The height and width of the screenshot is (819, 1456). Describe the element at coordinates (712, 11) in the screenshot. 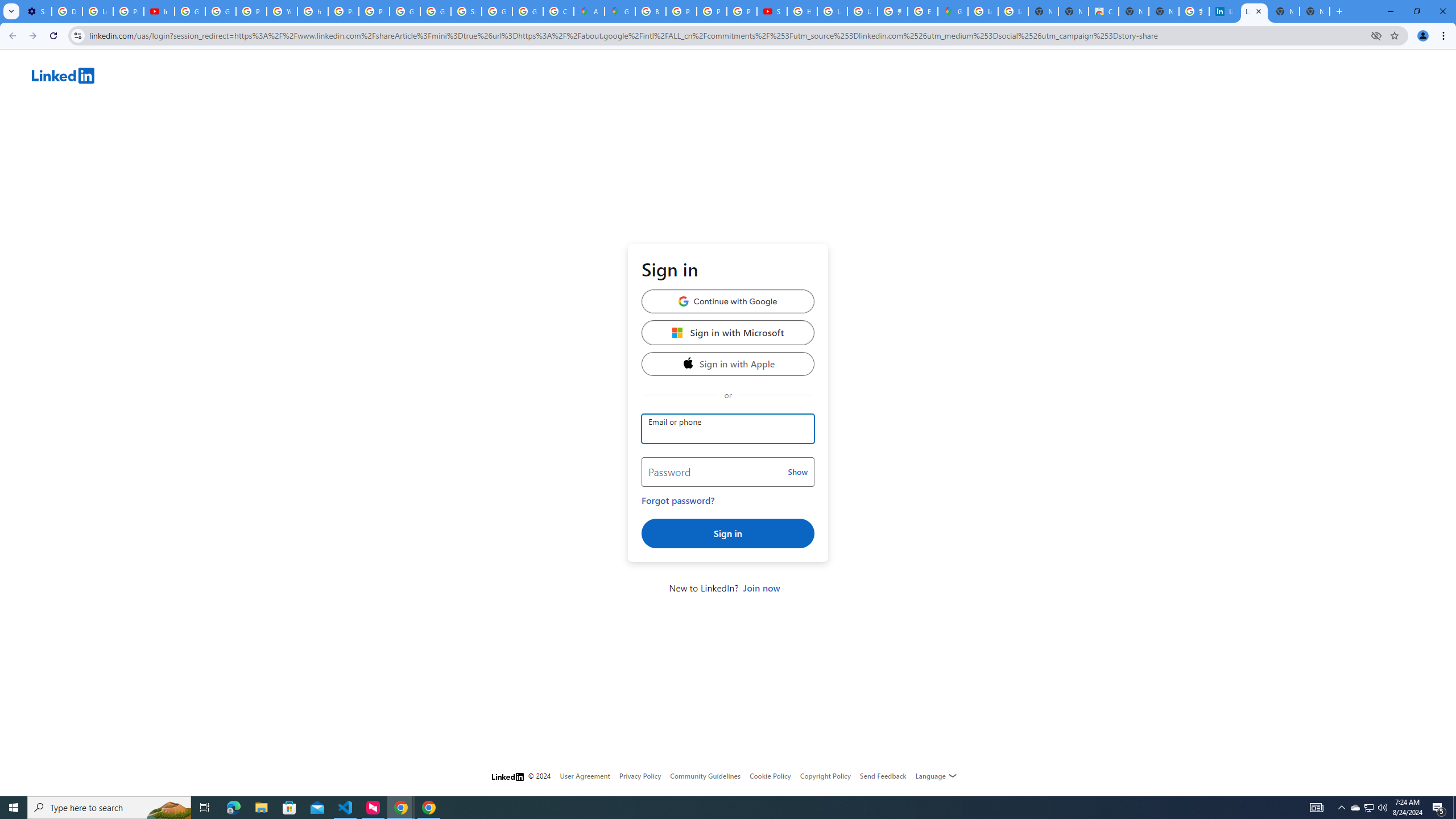

I see `'Privacy Help Center - Policies Help'` at that location.